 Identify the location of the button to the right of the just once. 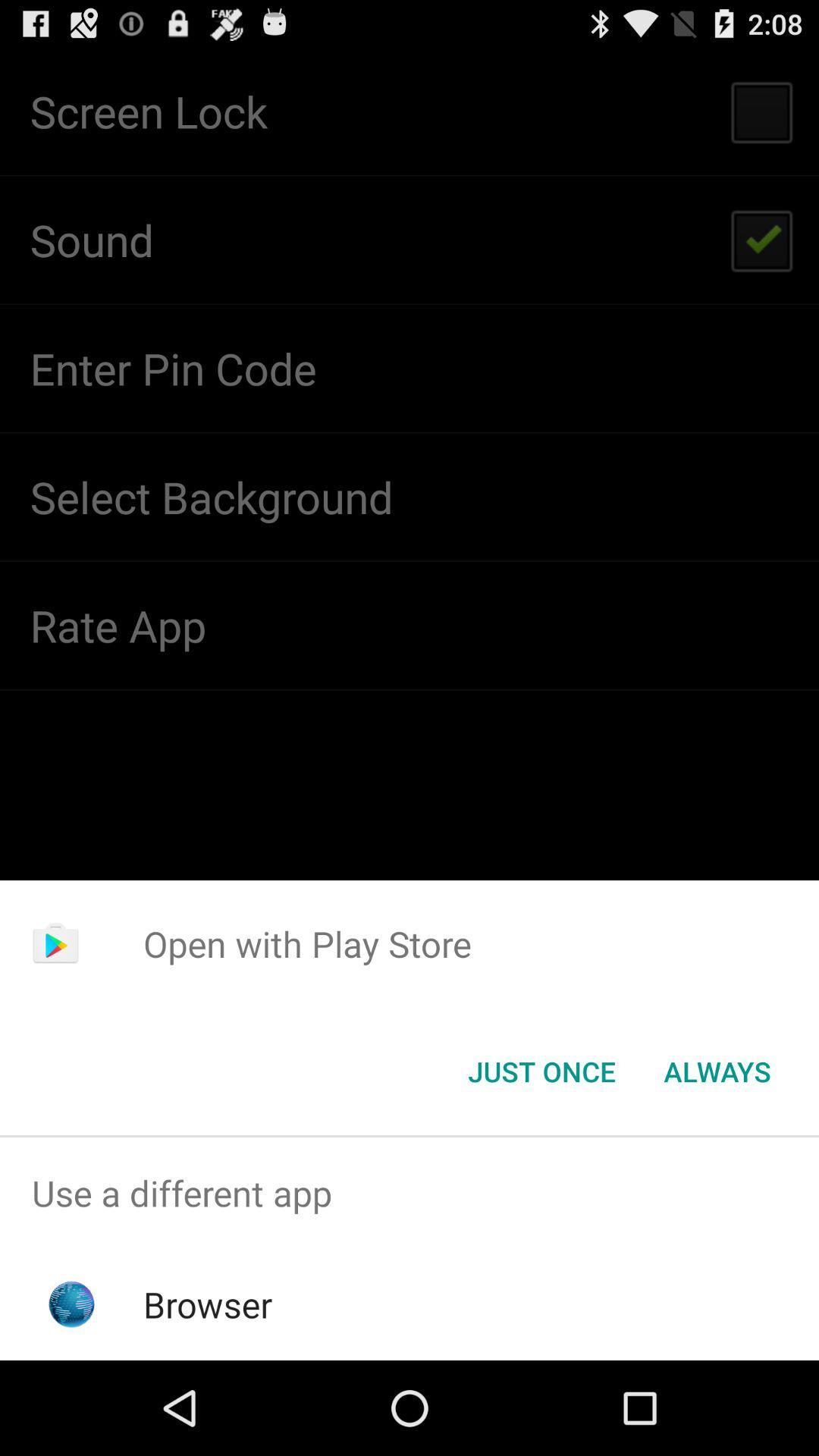
(717, 1070).